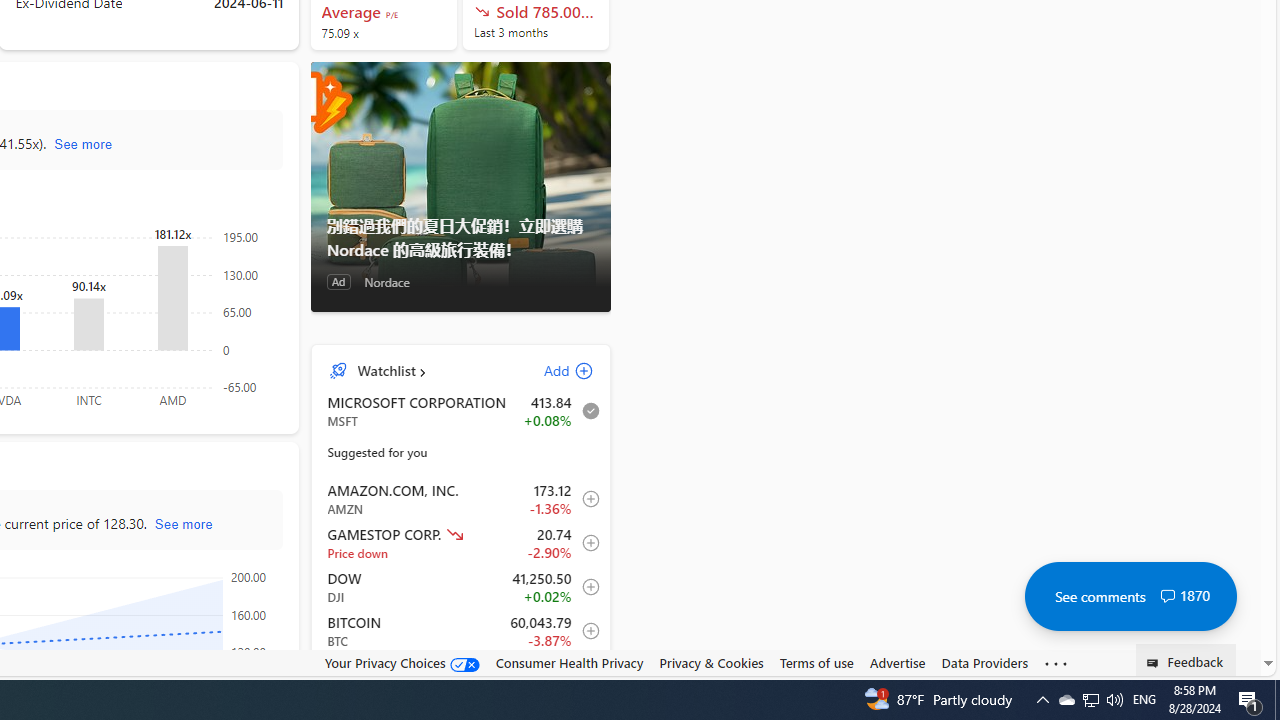 The image size is (1280, 720). What do you see at coordinates (568, 662) in the screenshot?
I see `'Consumer Health Privacy'` at bounding box center [568, 662].